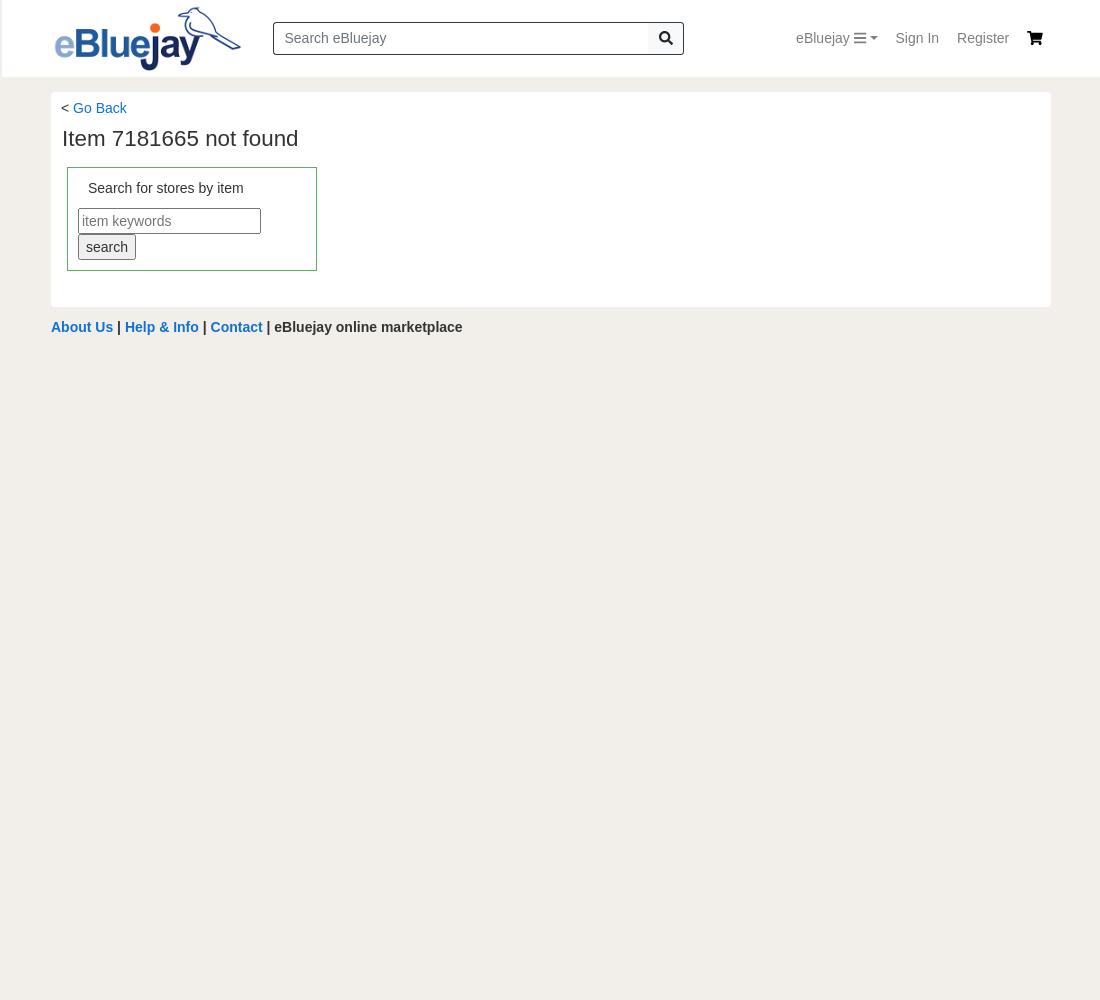 Image resolution: width=1100 pixels, height=1000 pixels. What do you see at coordinates (235, 325) in the screenshot?
I see `'Contact'` at bounding box center [235, 325].